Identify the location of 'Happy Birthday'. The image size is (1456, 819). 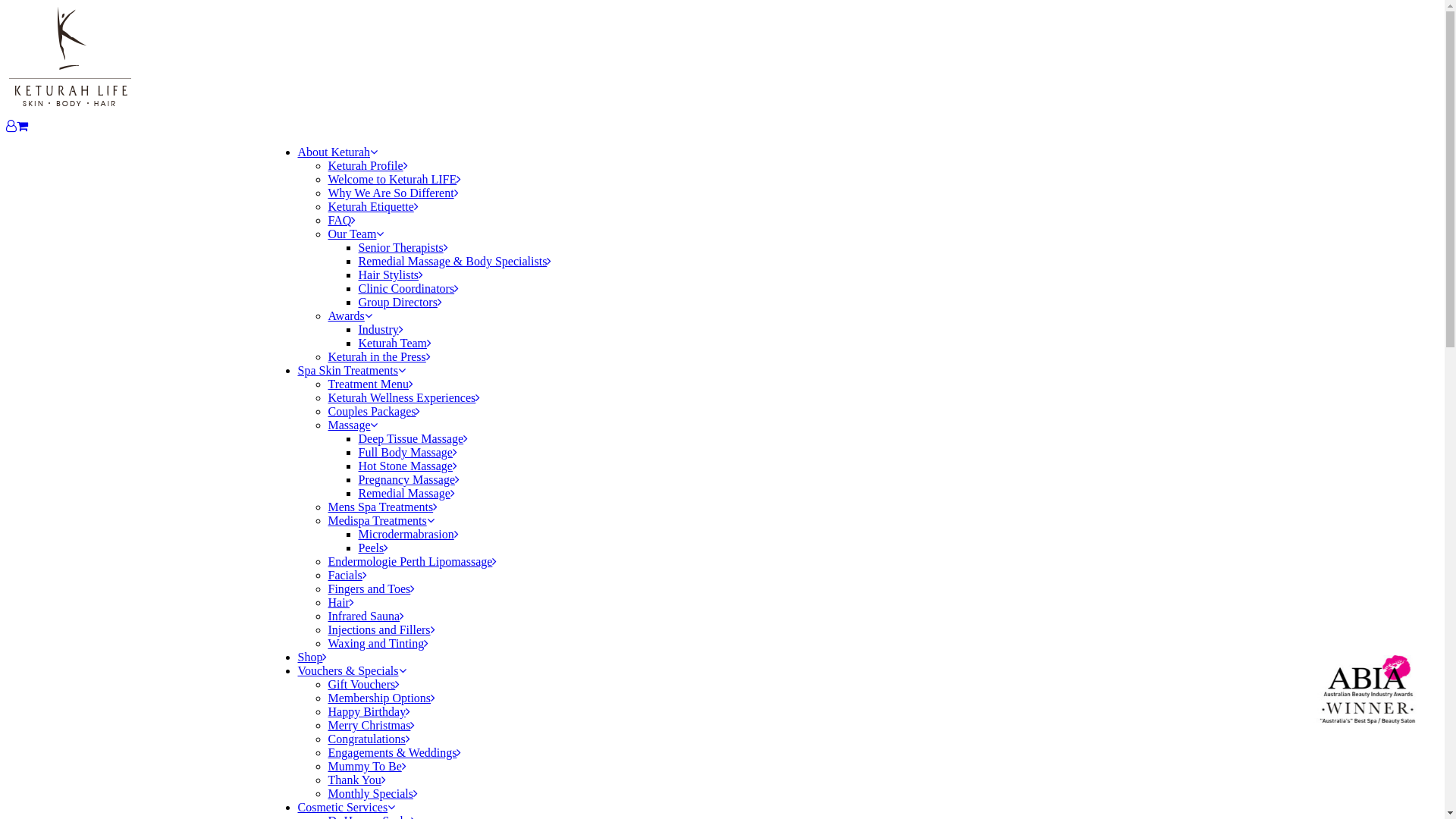
(327, 711).